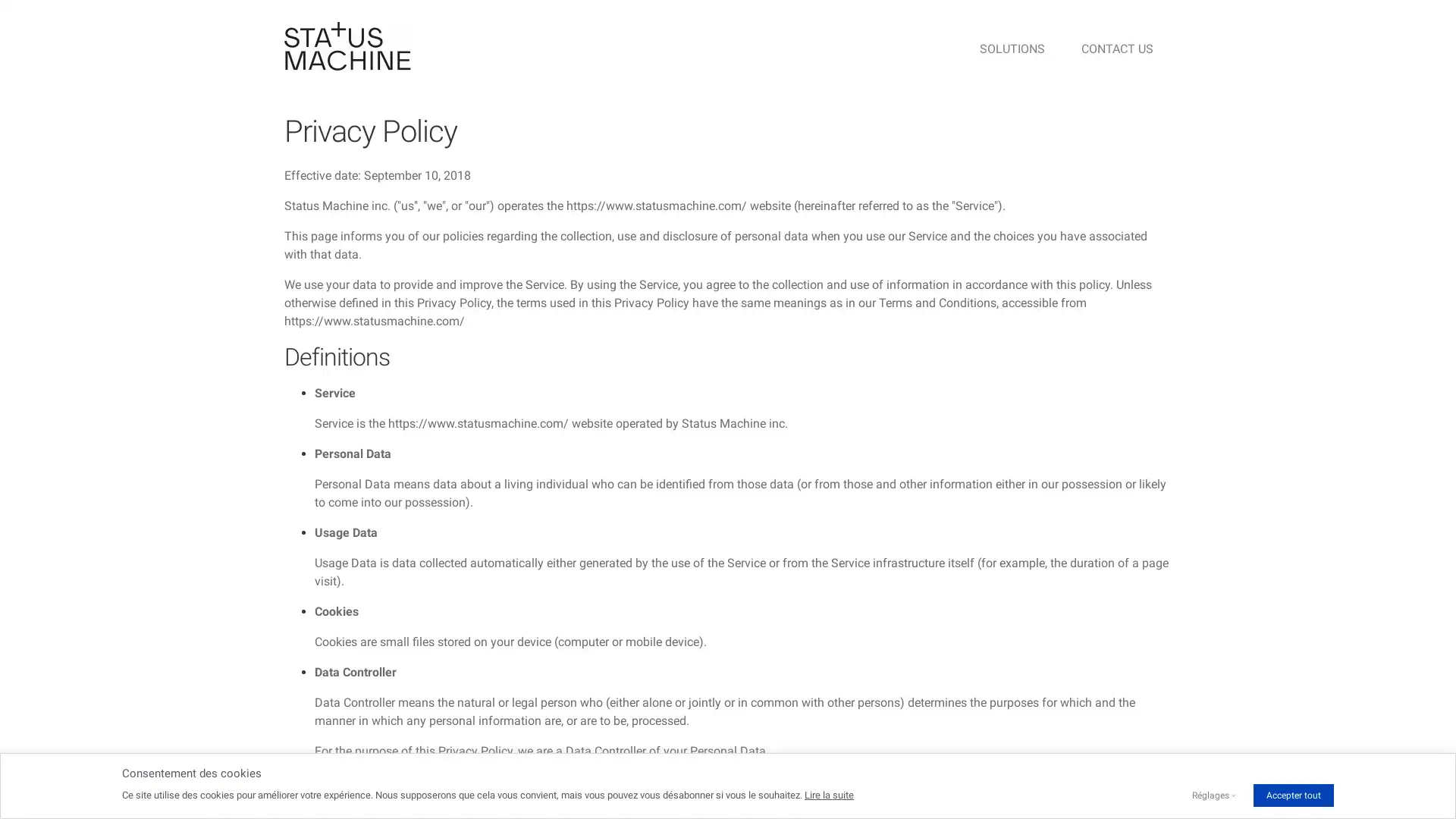  I want to click on Accepter tout, so click(1292, 795).